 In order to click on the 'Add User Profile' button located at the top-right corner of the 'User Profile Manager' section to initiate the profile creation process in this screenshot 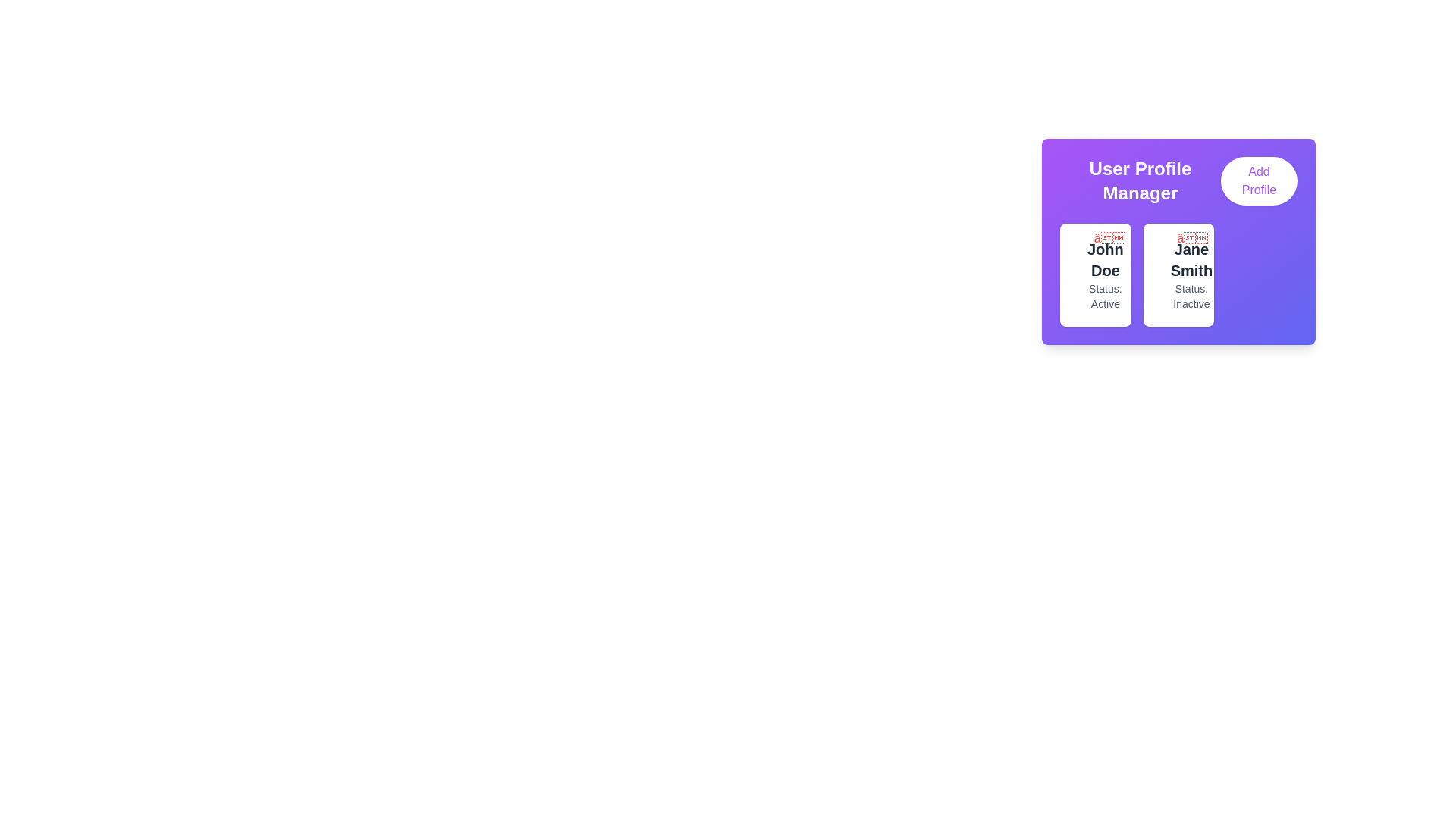, I will do `click(1259, 180)`.